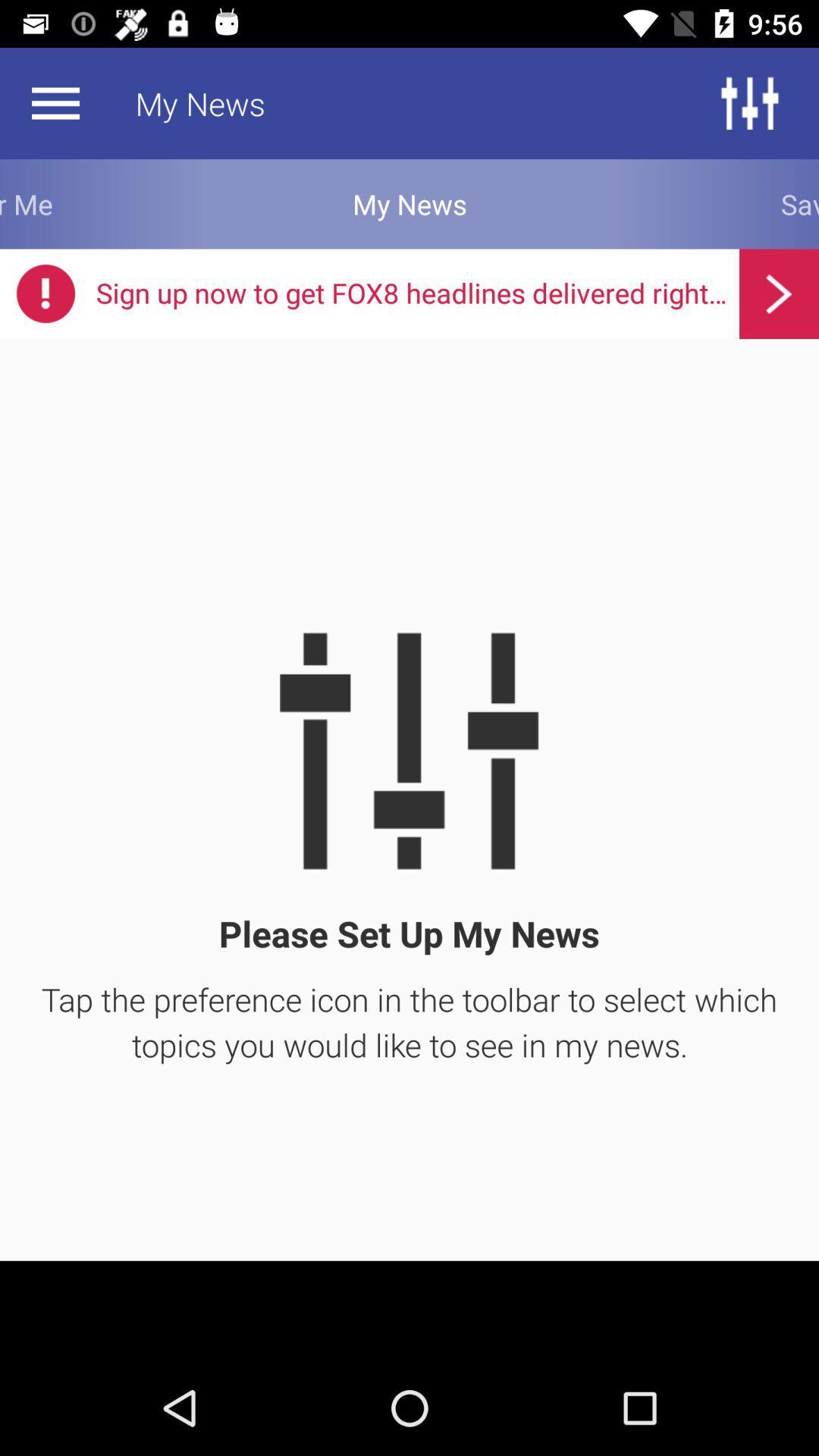 Image resolution: width=819 pixels, height=1456 pixels. What do you see at coordinates (55, 102) in the screenshot?
I see `the menu icon` at bounding box center [55, 102].